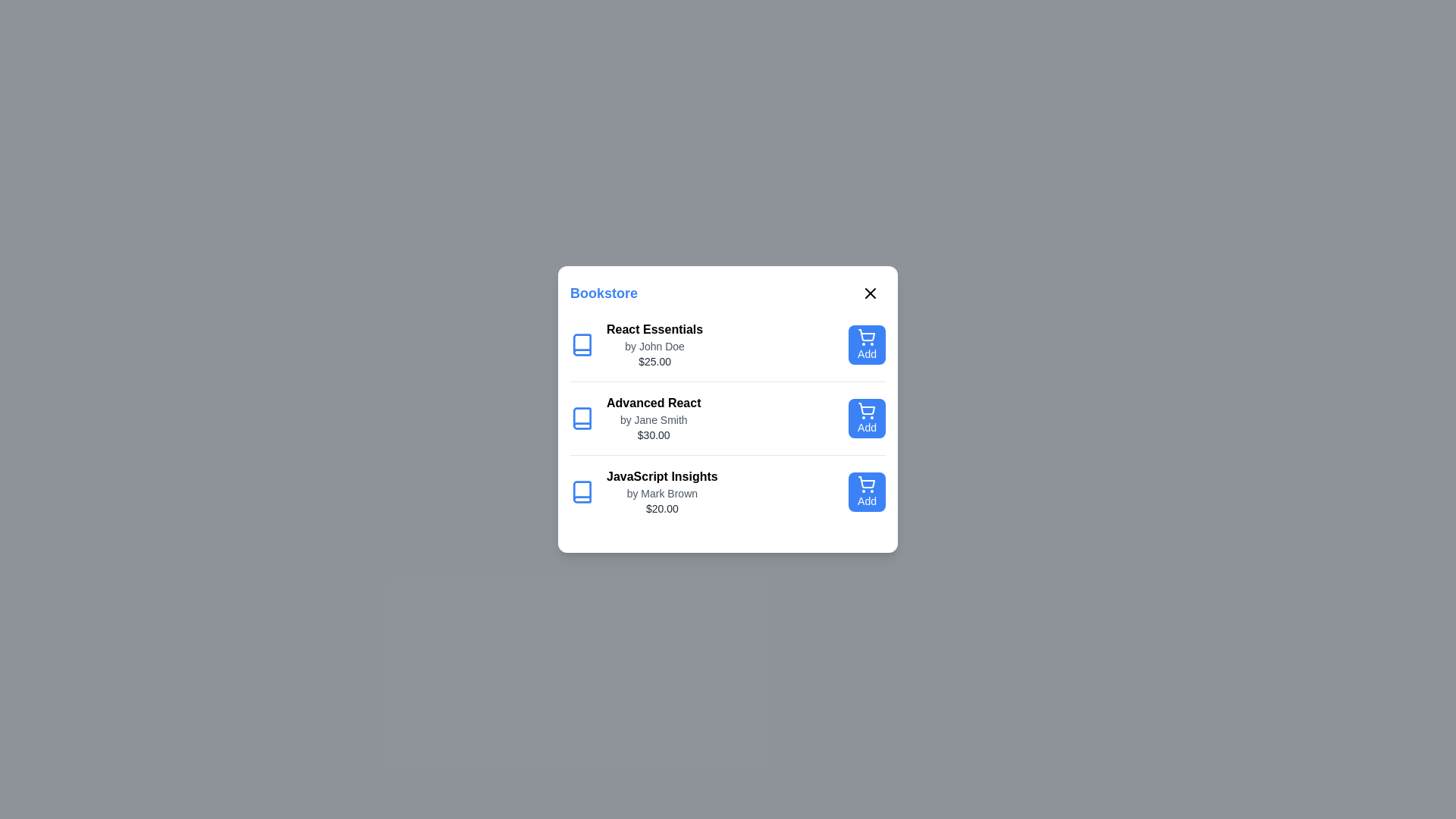  What do you see at coordinates (651, 491) in the screenshot?
I see `the details of the book titled JavaScript Insights` at bounding box center [651, 491].